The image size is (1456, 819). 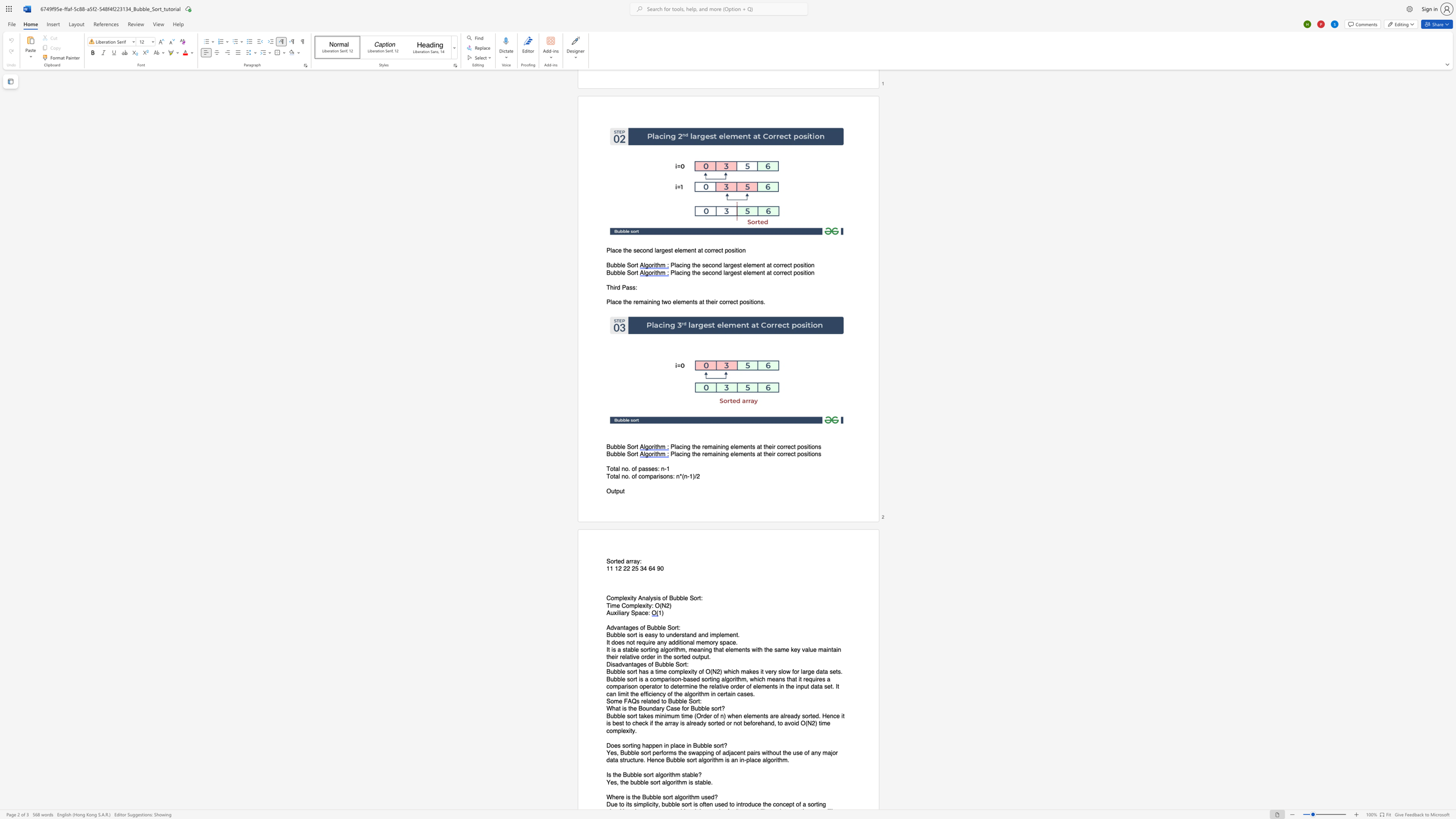 I want to click on the space between the continuous character "a" and "d" in the text, so click(x=671, y=642).